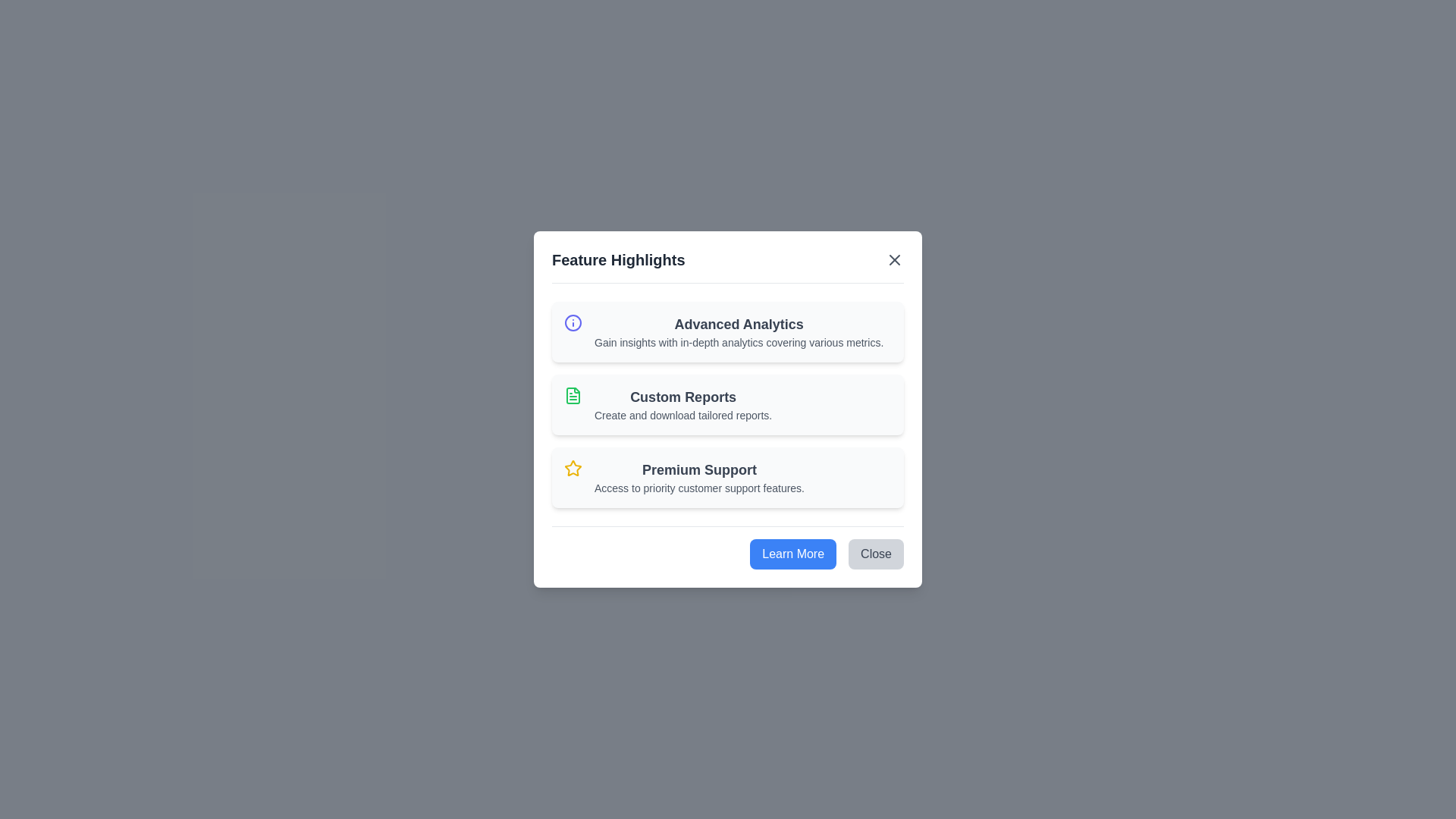 Image resolution: width=1456 pixels, height=819 pixels. I want to click on the informational text block titled 'Premium Support' that provides access to priority customer support features, located in the 'Feature Highlights' modal dialog, so click(698, 476).